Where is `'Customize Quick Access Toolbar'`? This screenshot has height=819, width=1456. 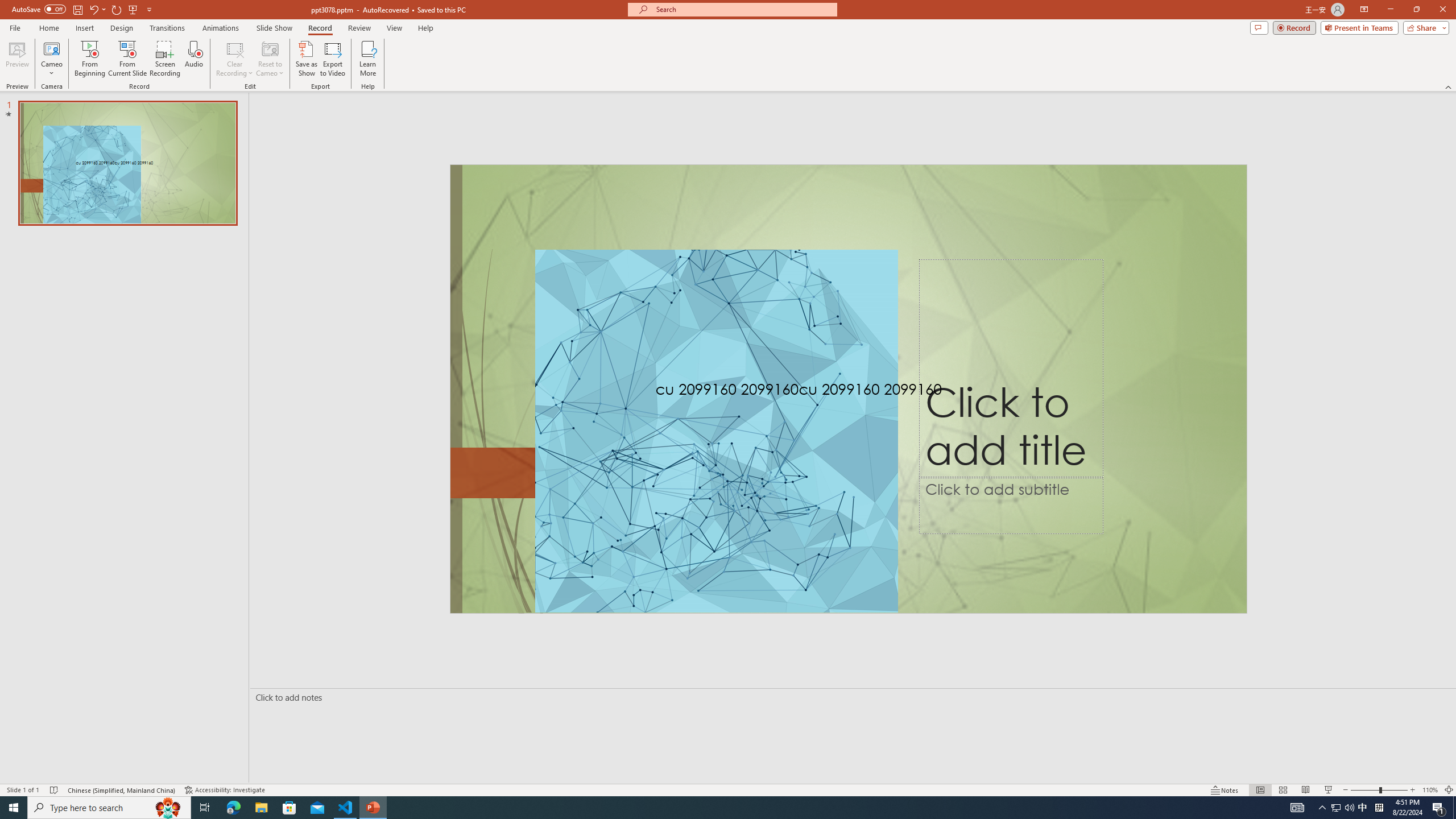 'Customize Quick Access Toolbar' is located at coordinates (148, 9).